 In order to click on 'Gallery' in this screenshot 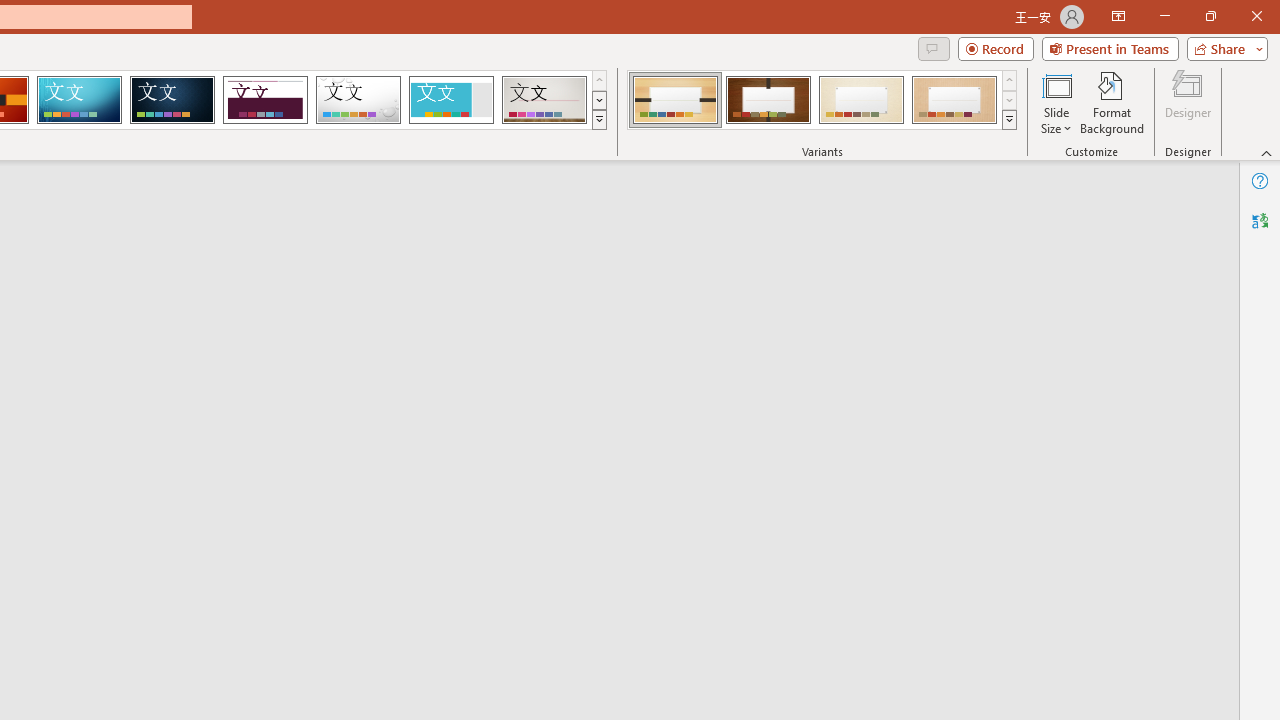, I will do `click(544, 100)`.